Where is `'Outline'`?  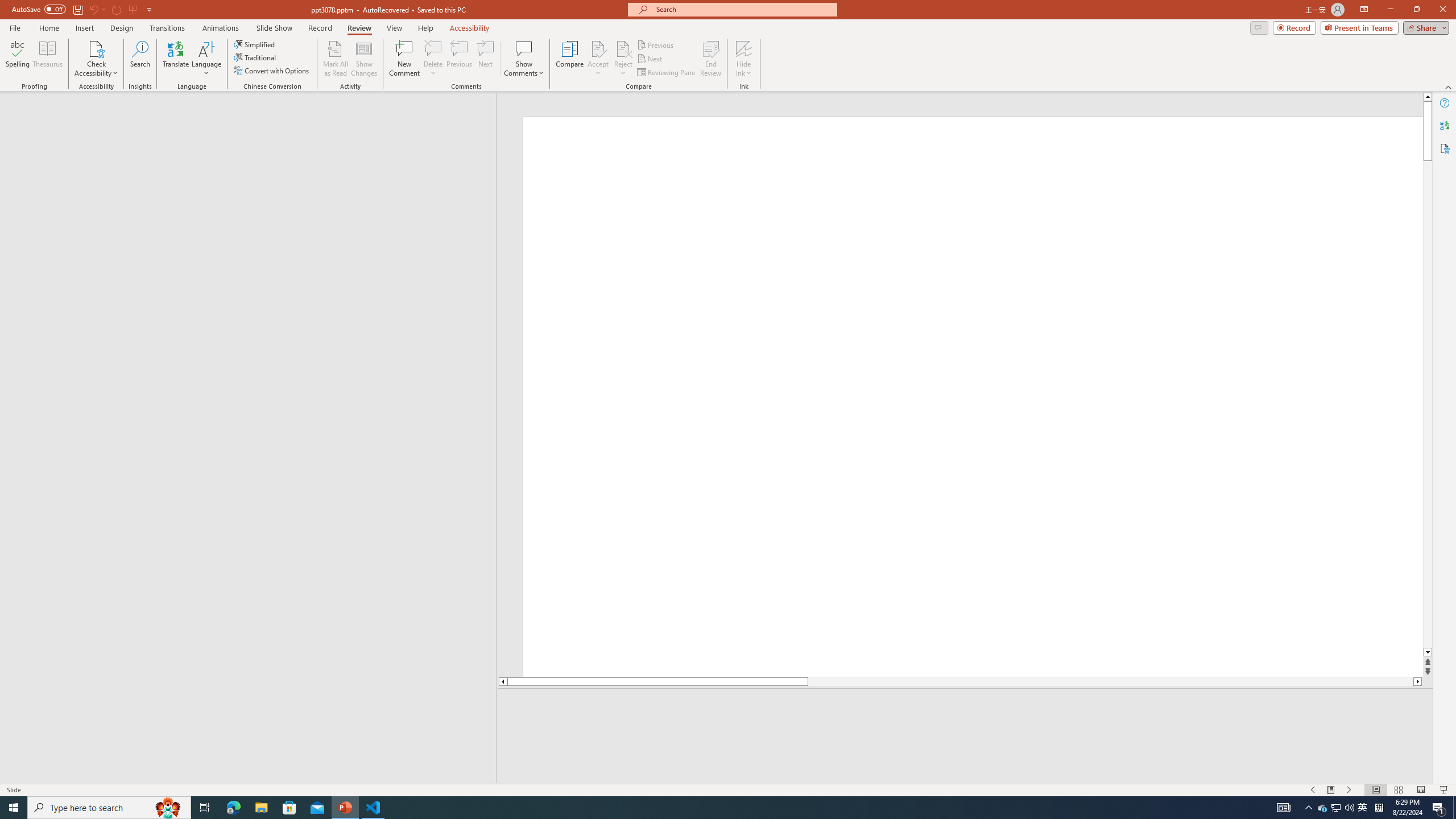 'Outline' is located at coordinates (253, 115).